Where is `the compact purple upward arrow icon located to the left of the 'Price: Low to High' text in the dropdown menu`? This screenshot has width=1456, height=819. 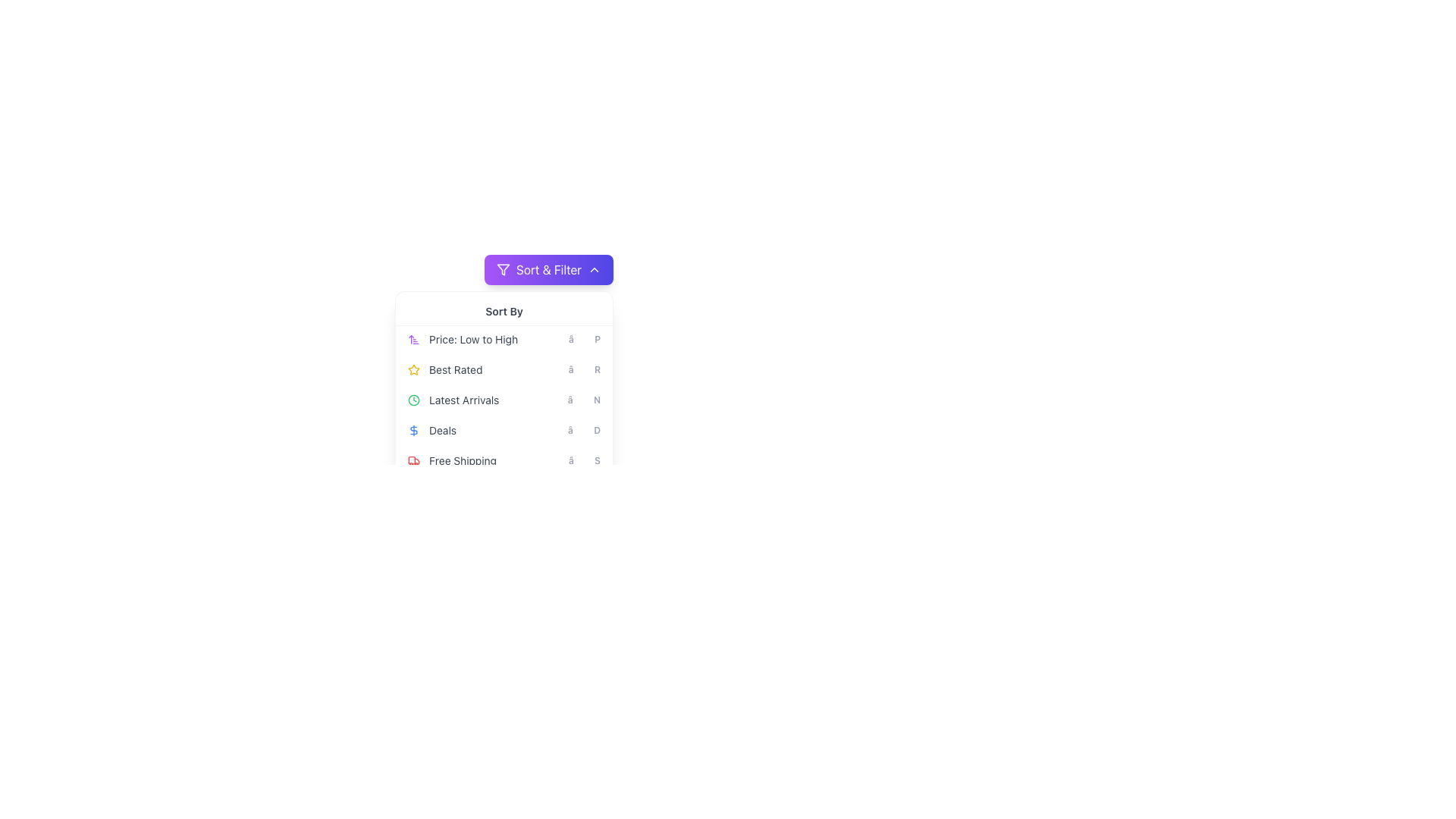
the compact purple upward arrow icon located to the left of the 'Price: Low to High' text in the dropdown menu is located at coordinates (414, 338).